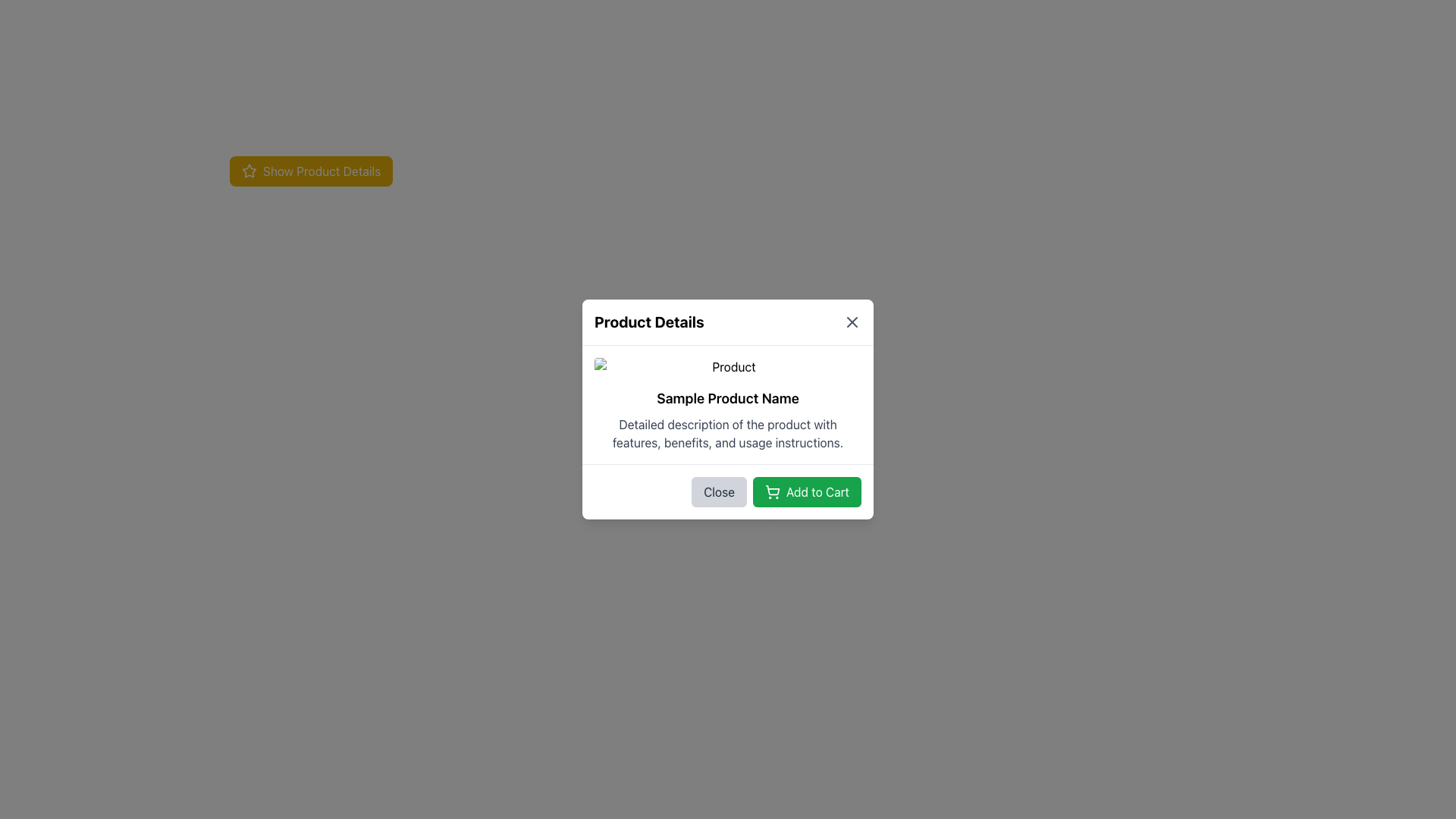 This screenshot has height=819, width=1456. What do you see at coordinates (249, 171) in the screenshot?
I see `the star icon located to the left of the 'Show Product Details' text in the yellow rounded button` at bounding box center [249, 171].